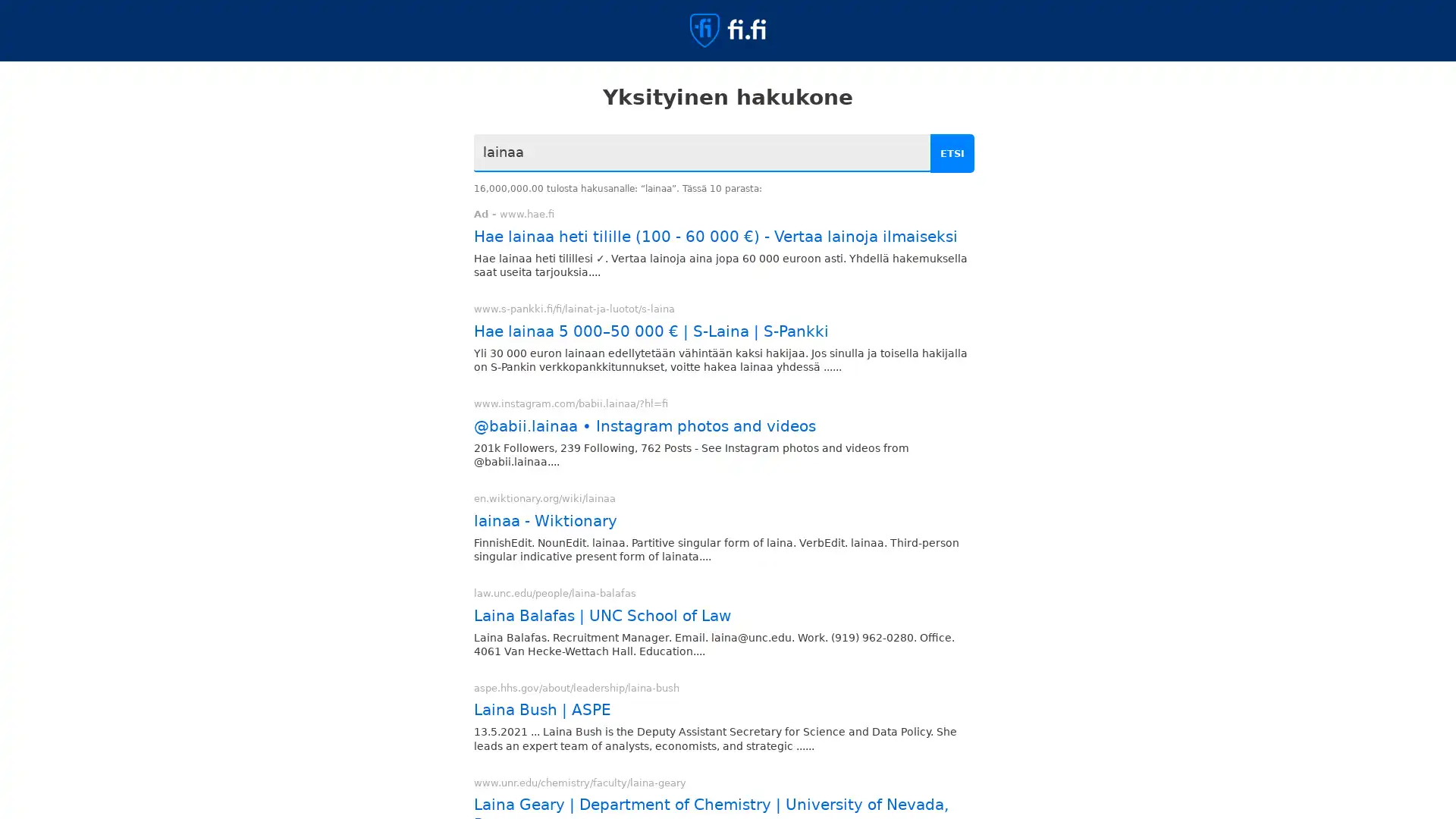 This screenshot has width=1456, height=819. What do you see at coordinates (953, 153) in the screenshot?
I see `ETSI` at bounding box center [953, 153].